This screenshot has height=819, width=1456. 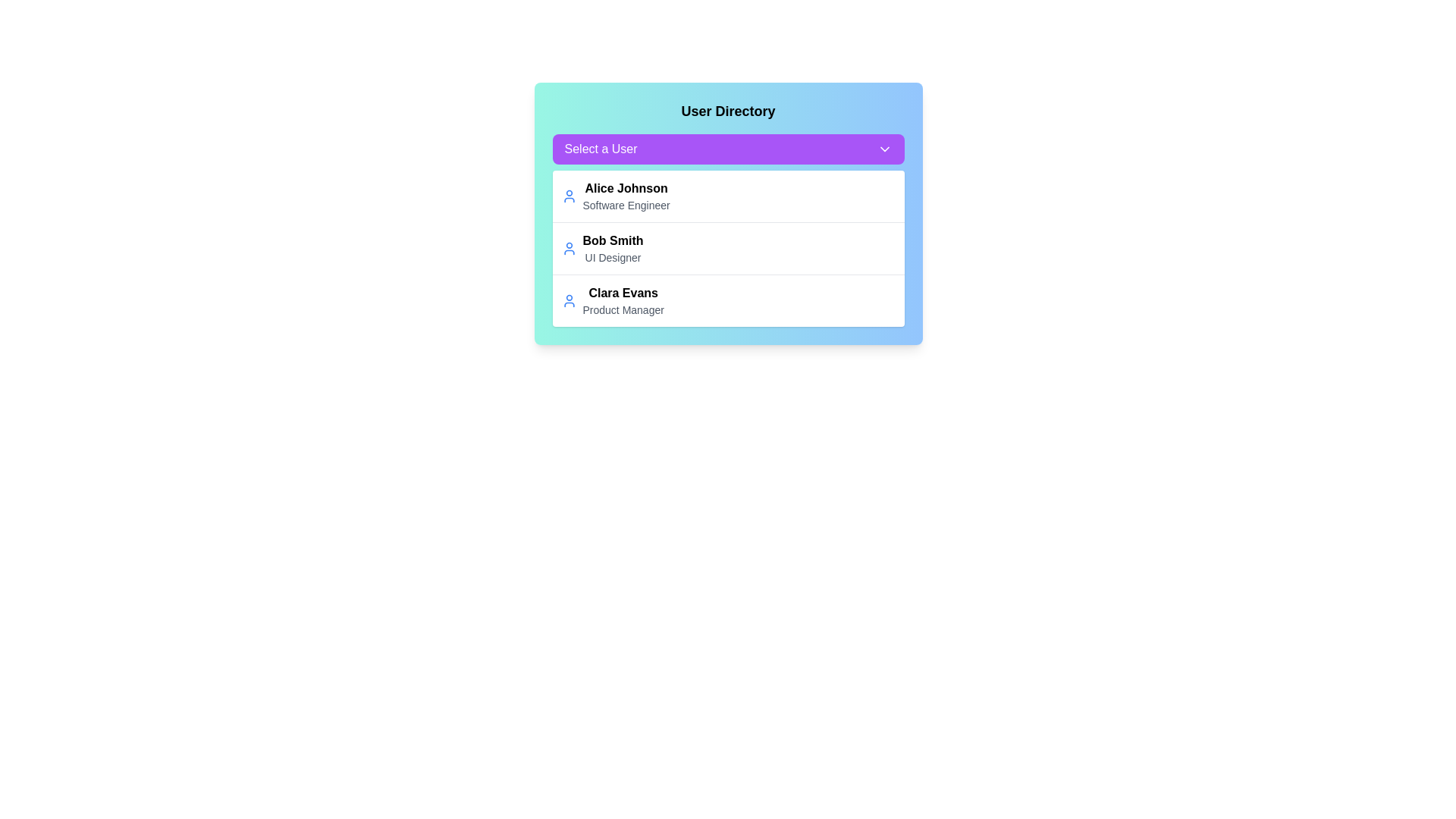 I want to click on the profile entry of Clara Evans in the User Directory, so click(x=623, y=301).